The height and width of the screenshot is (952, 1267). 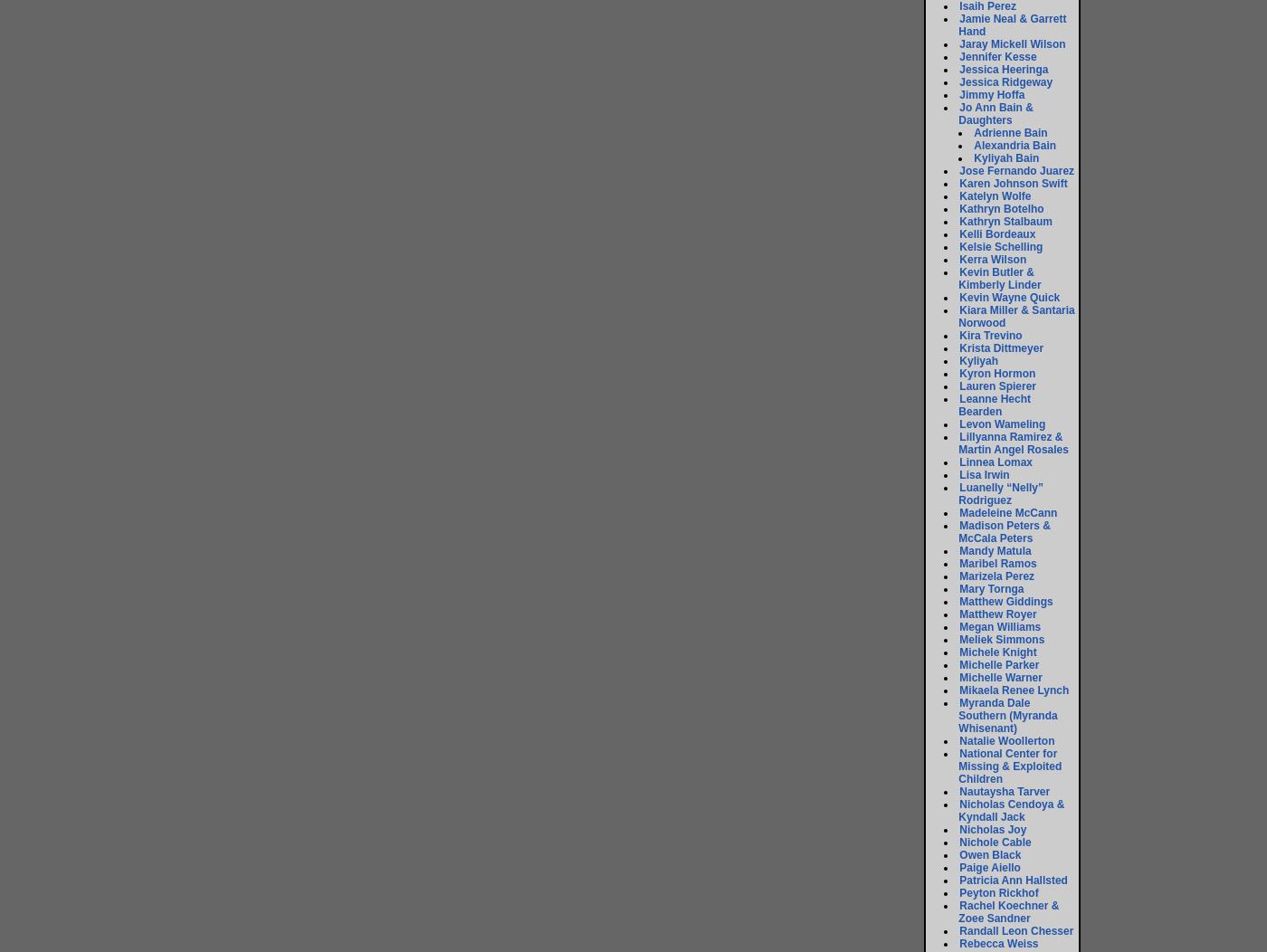 I want to click on 'Karen Johnson Swift', so click(x=1013, y=184).